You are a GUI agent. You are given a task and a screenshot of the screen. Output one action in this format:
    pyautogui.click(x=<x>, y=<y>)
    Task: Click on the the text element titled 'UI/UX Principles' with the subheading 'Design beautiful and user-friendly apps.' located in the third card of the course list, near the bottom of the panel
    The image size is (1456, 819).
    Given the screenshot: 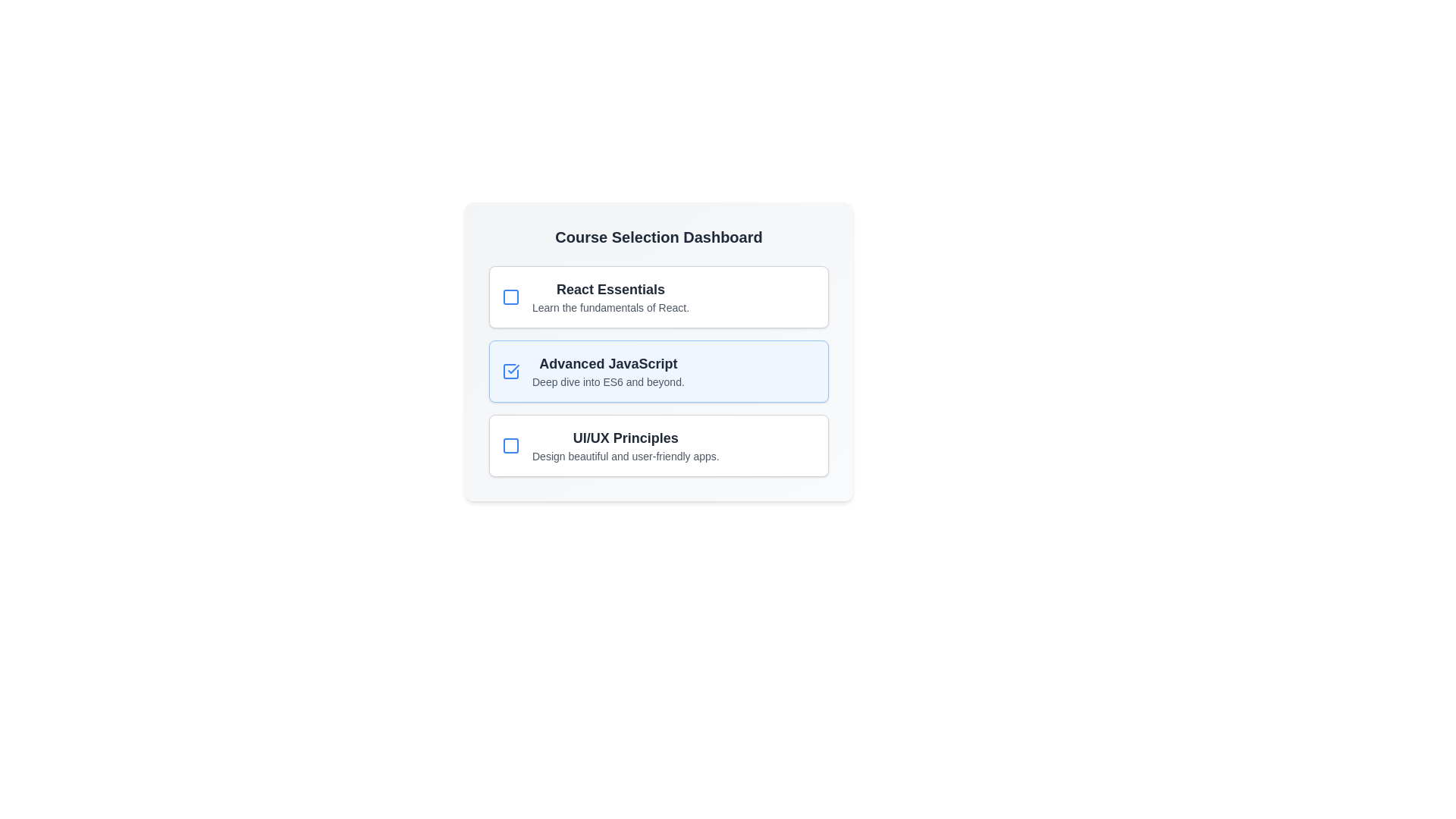 What is the action you would take?
    pyautogui.click(x=626, y=444)
    